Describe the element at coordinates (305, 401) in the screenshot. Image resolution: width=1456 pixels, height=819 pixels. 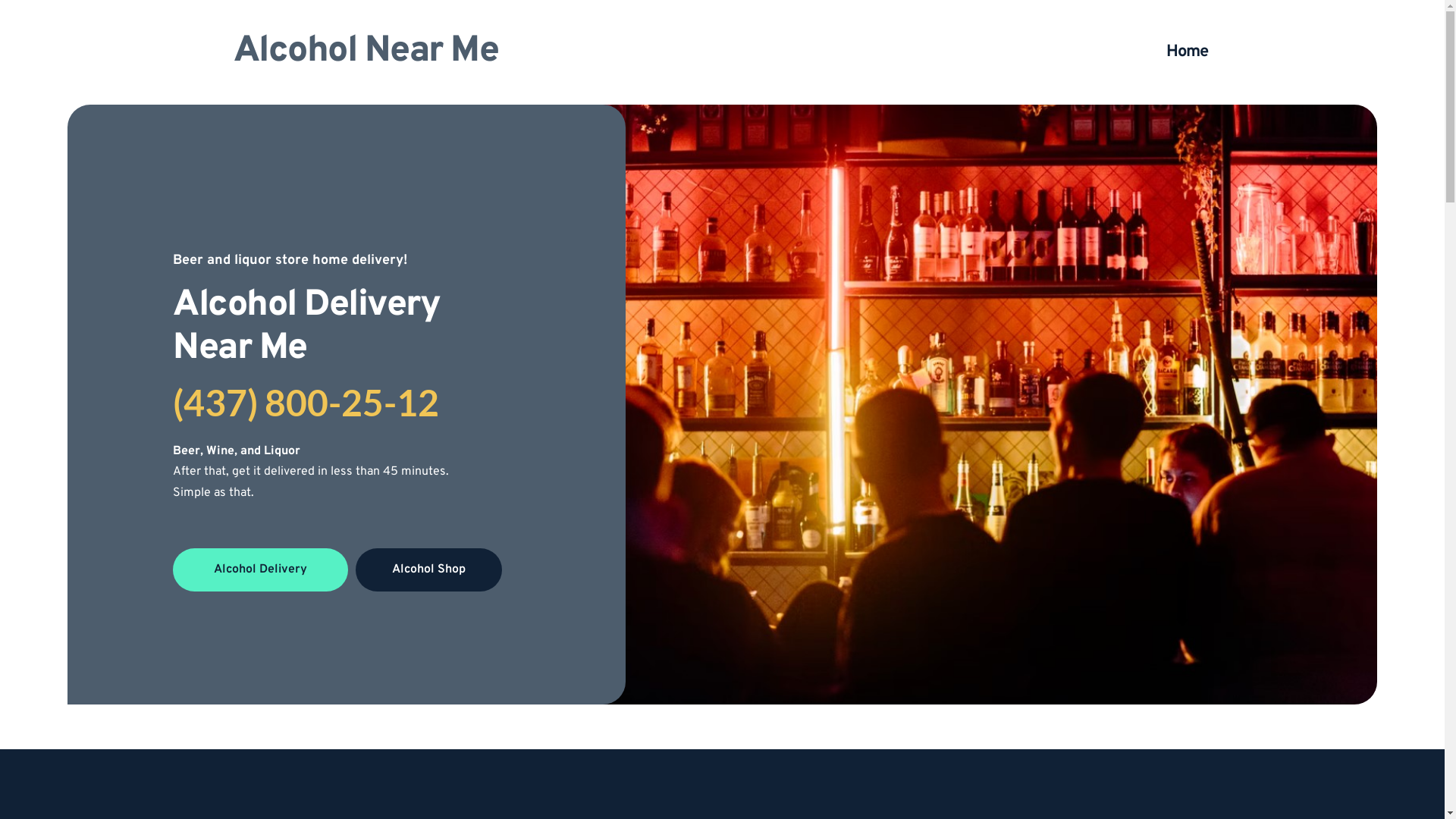
I see `'(437) 800-25-12'` at that location.